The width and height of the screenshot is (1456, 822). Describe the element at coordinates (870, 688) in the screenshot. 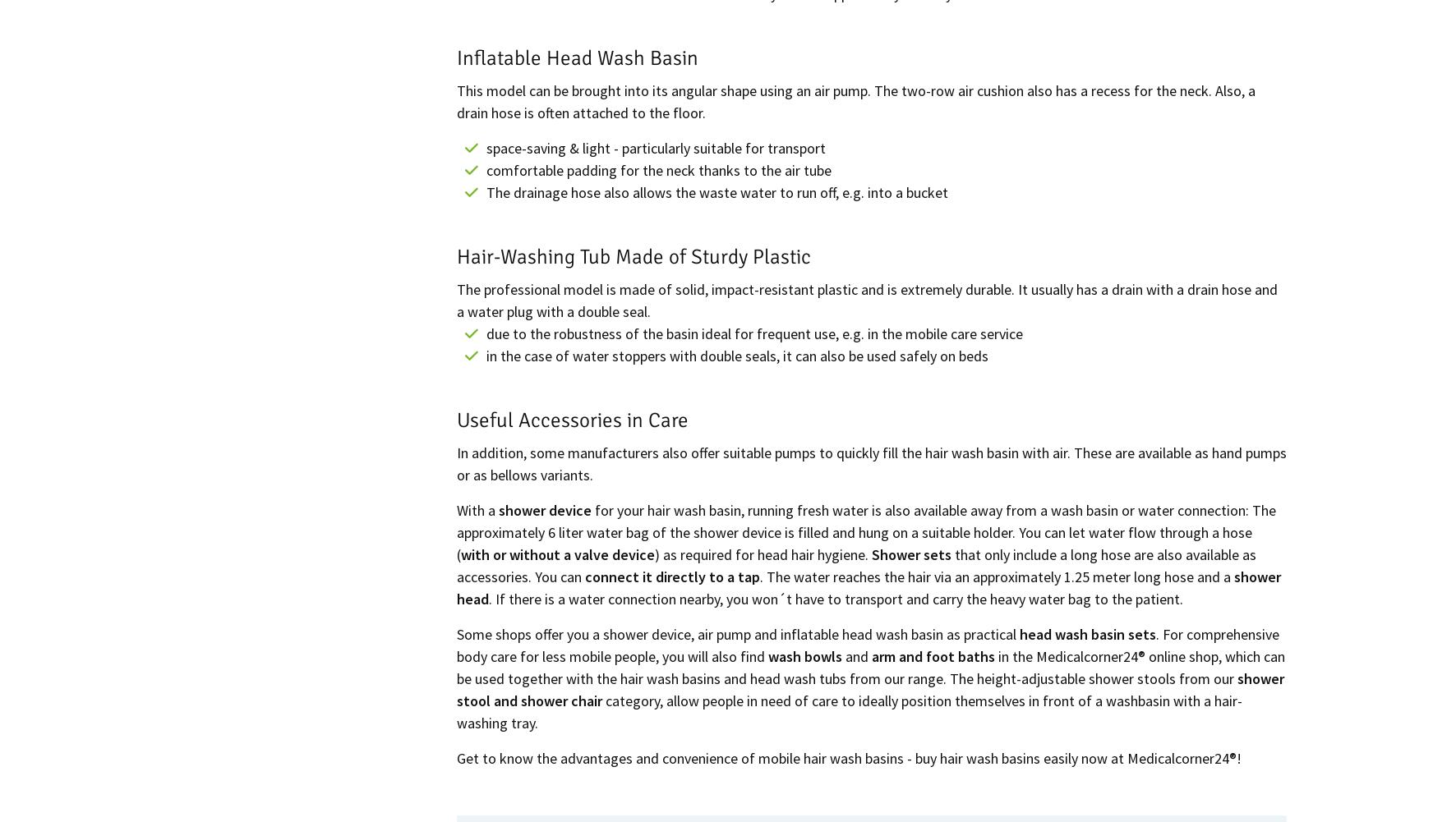

I see `'shower stool and shower chair'` at that location.